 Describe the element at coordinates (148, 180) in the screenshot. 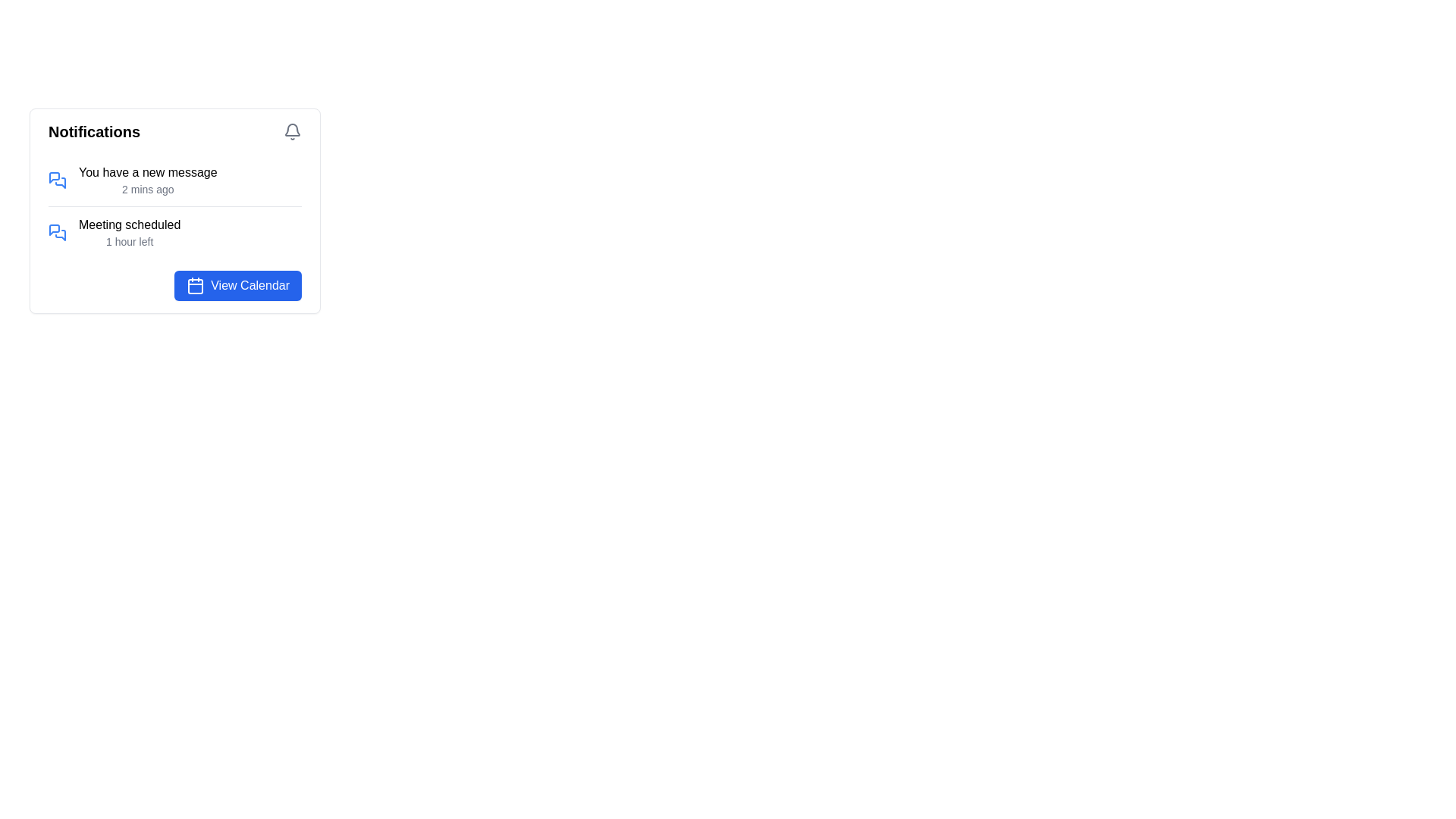

I see `the first notification block in the Notifications panel, which displays a notification message and a timestamp` at that location.